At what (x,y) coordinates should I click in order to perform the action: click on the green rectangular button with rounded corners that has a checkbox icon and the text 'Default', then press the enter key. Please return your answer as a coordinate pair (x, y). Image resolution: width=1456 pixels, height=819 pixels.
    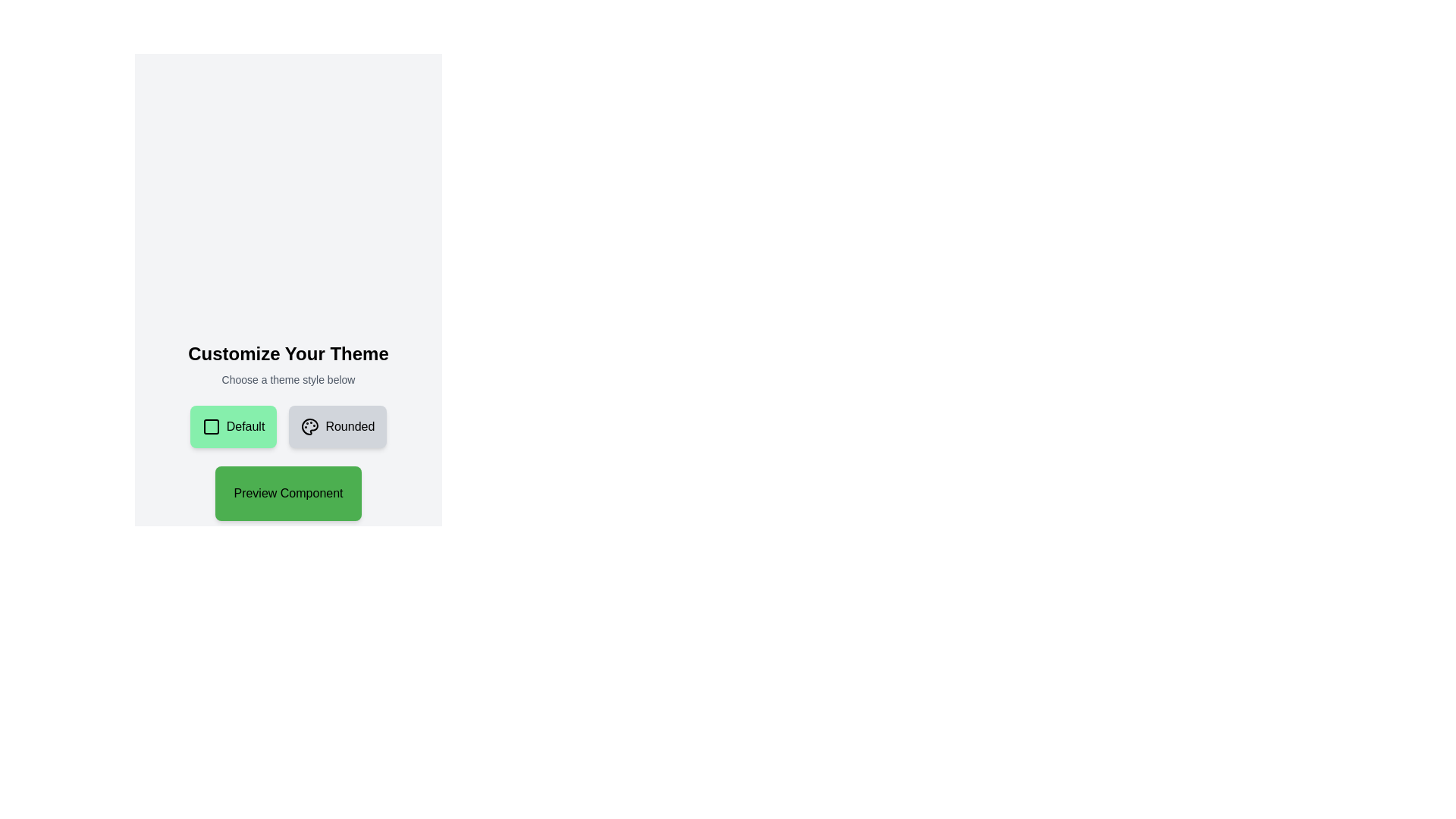
    Looking at the image, I should click on (232, 427).